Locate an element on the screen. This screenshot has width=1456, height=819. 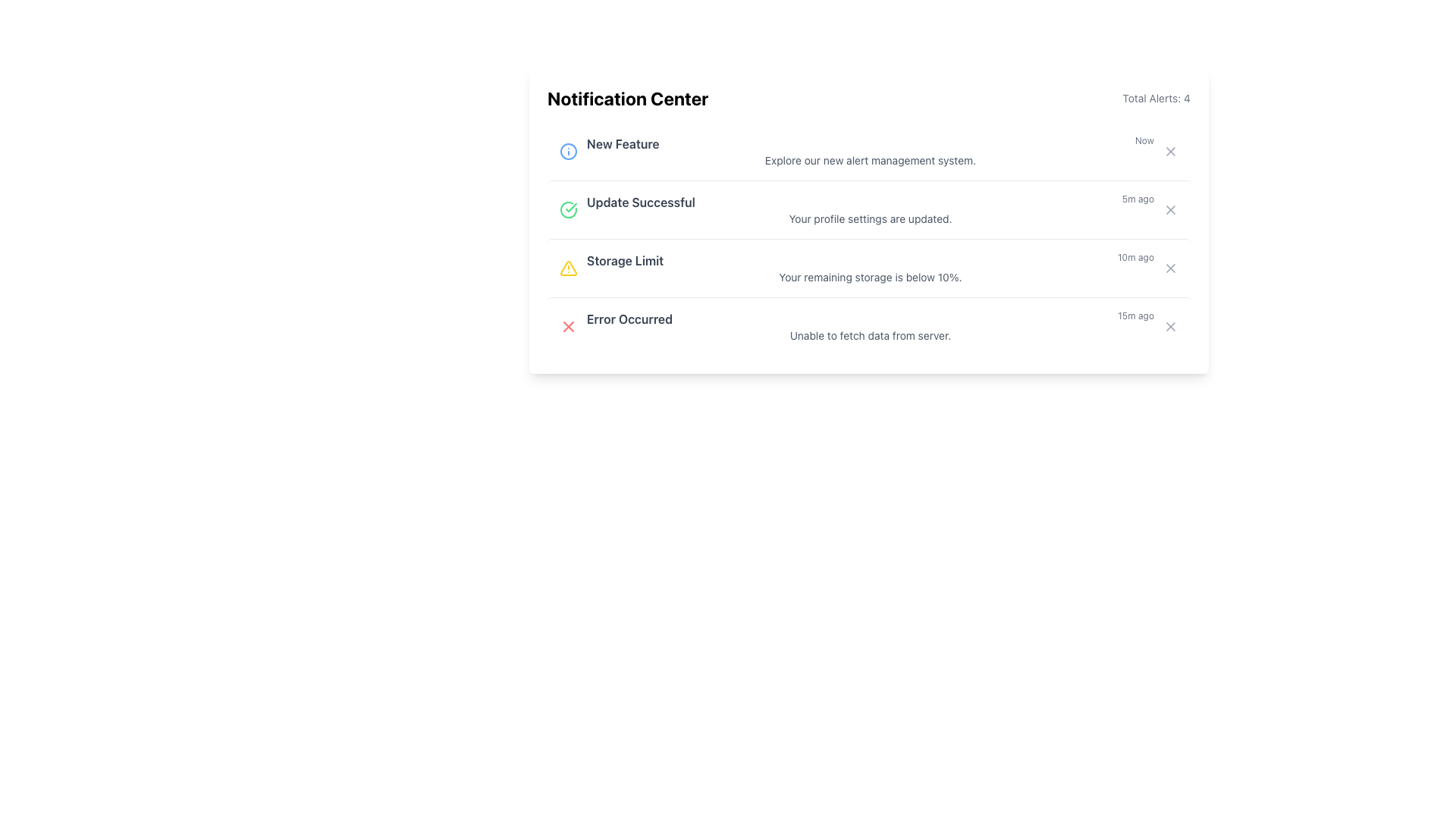
the circular success indicator icon located next to the text of the 'Update Successful' notification in the second entry of the notification list is located at coordinates (567, 210).